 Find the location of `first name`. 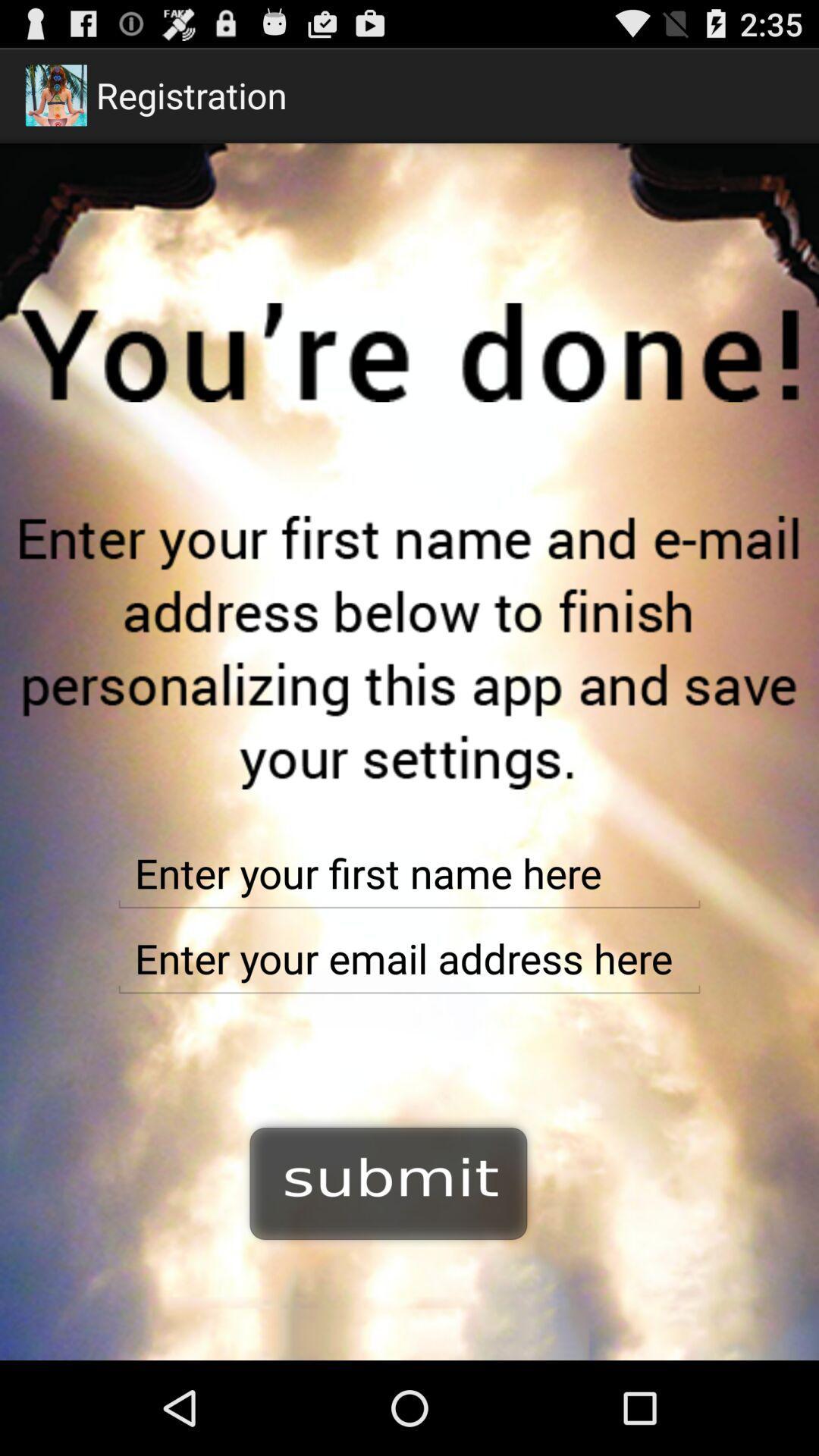

first name is located at coordinates (409, 874).